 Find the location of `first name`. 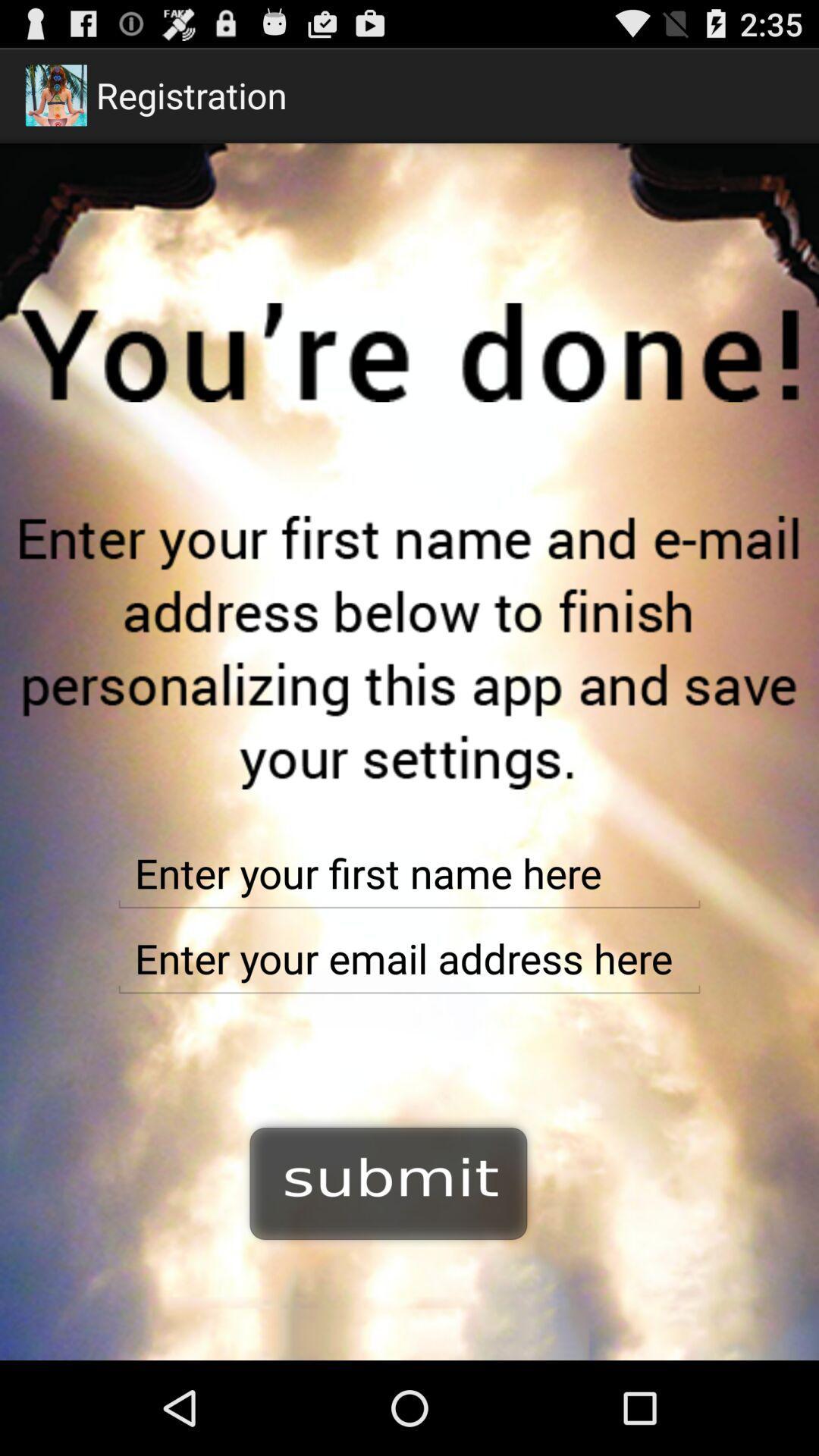

first name is located at coordinates (409, 874).